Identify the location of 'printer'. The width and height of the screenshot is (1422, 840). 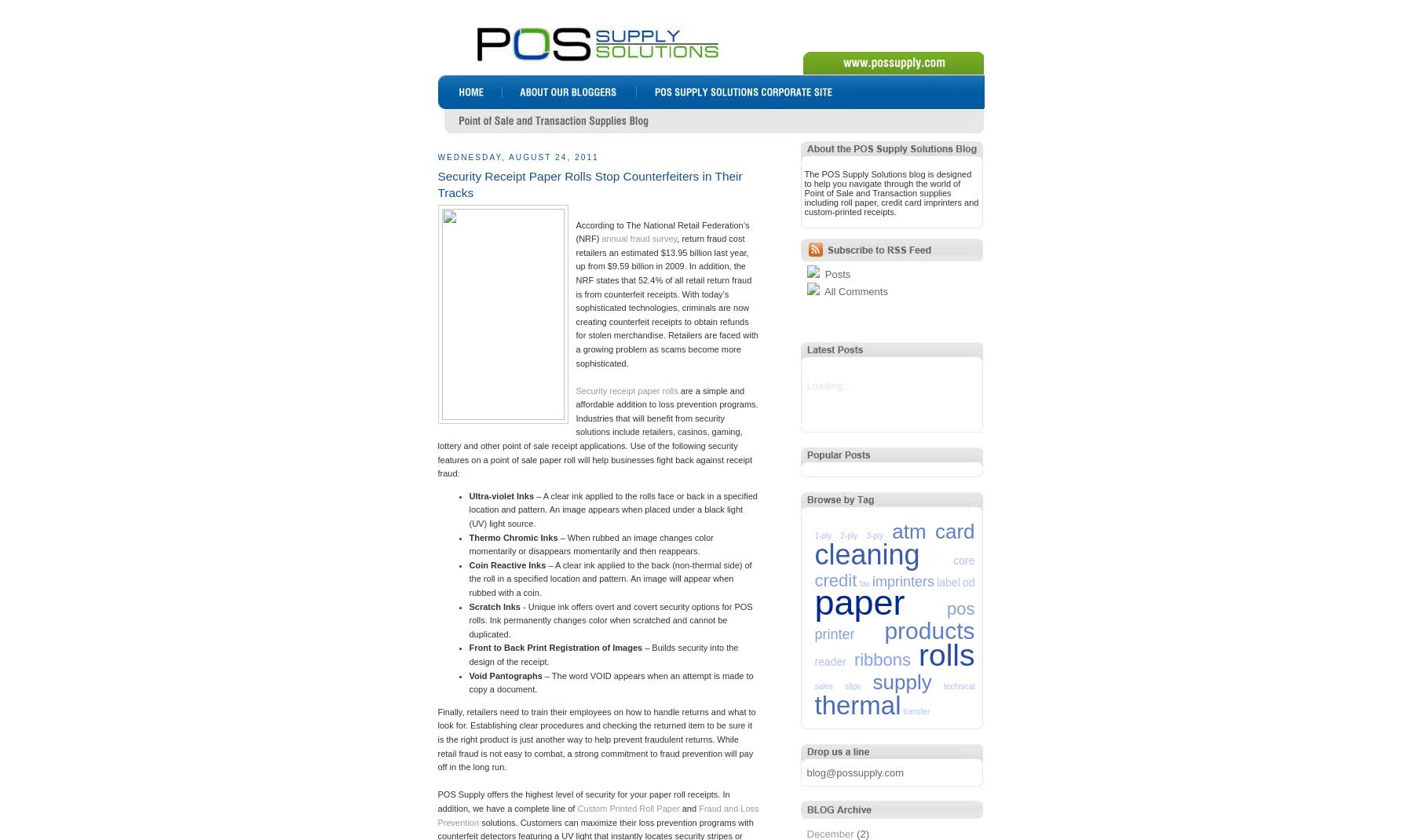
(834, 633).